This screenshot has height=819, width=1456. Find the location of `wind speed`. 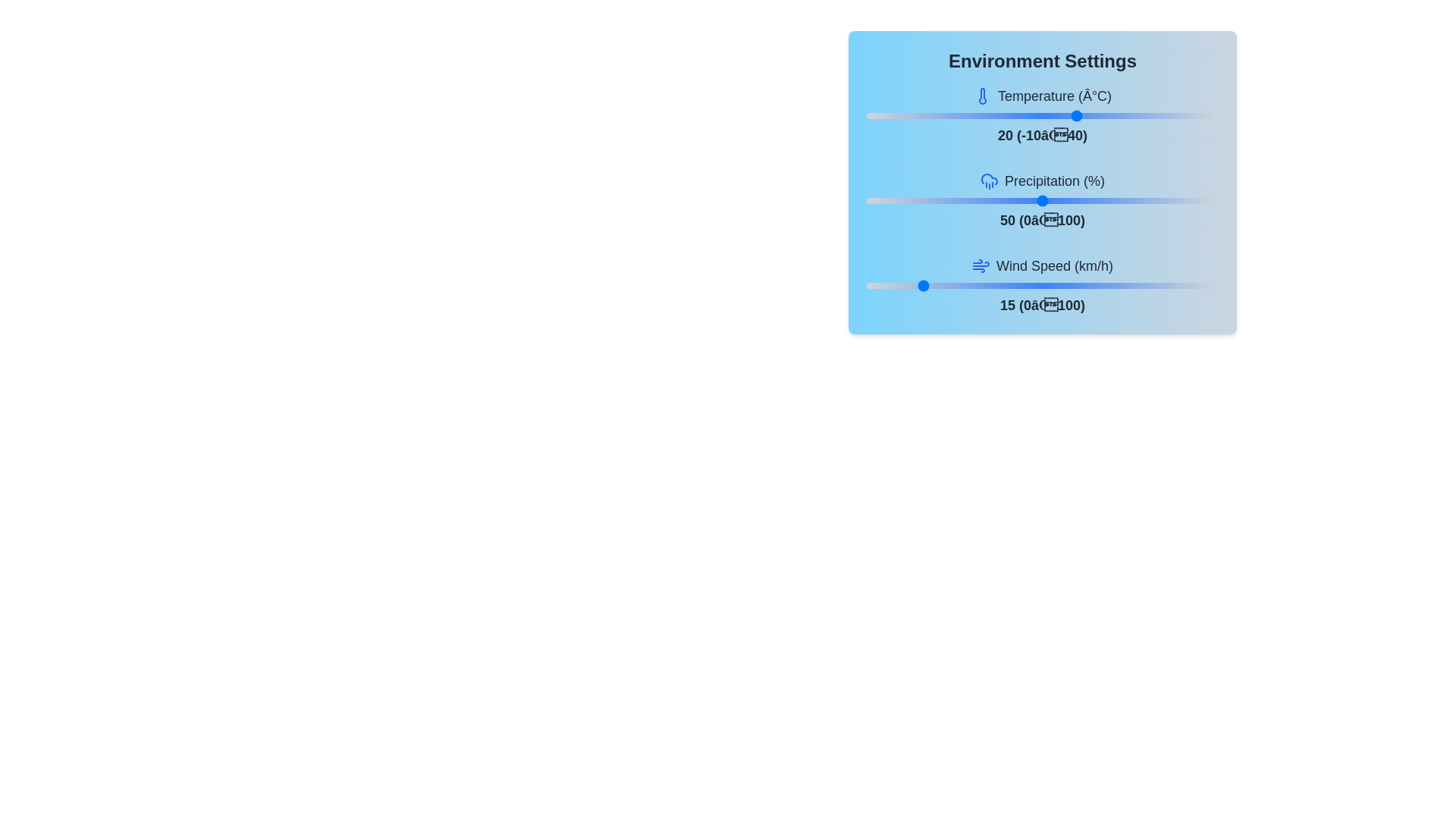

wind speed is located at coordinates (1189, 286).